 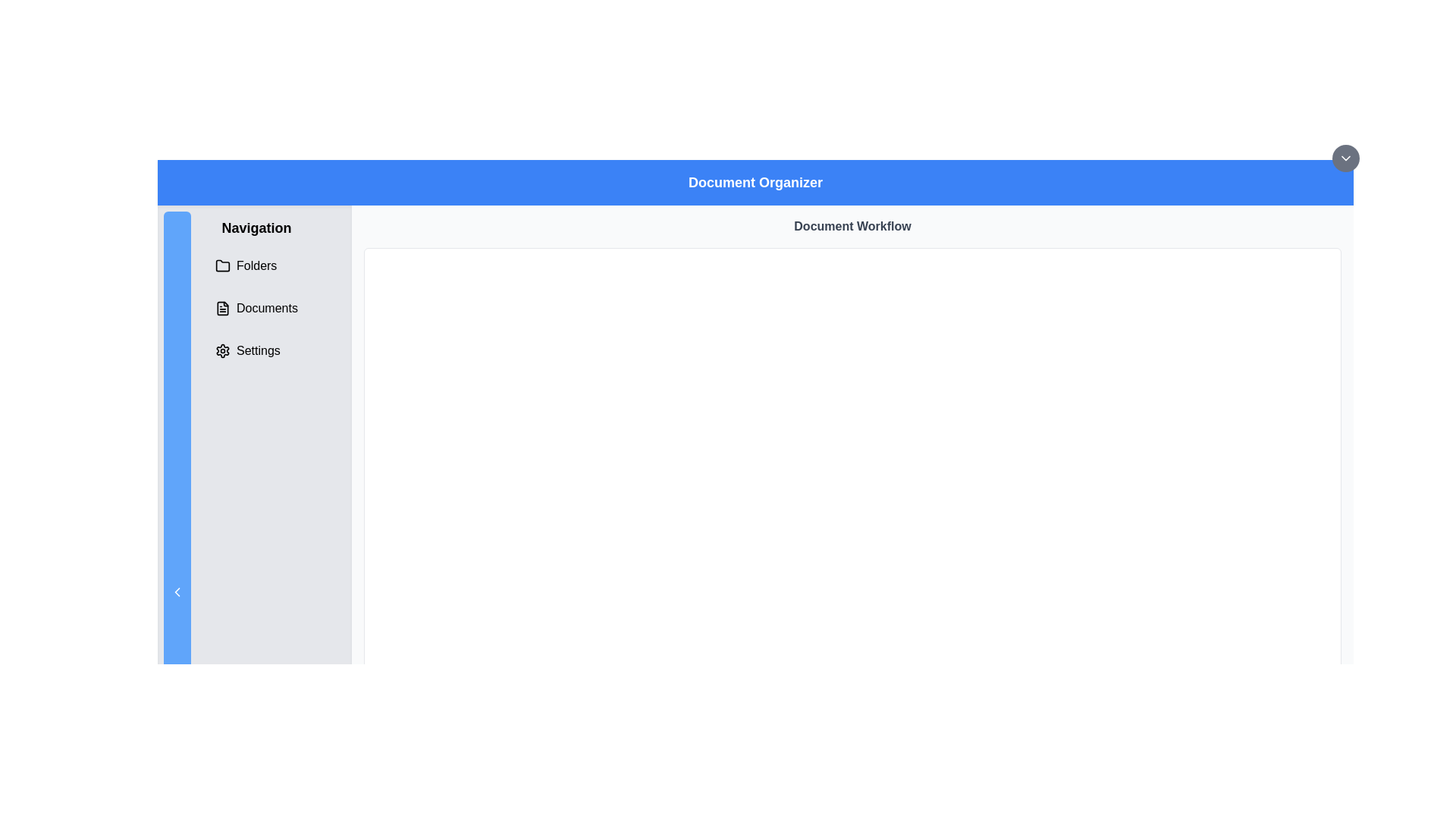 I want to click on the 'Documents' item in the vertical navigation menu located beneath the 'Navigation' header, so click(x=256, y=308).